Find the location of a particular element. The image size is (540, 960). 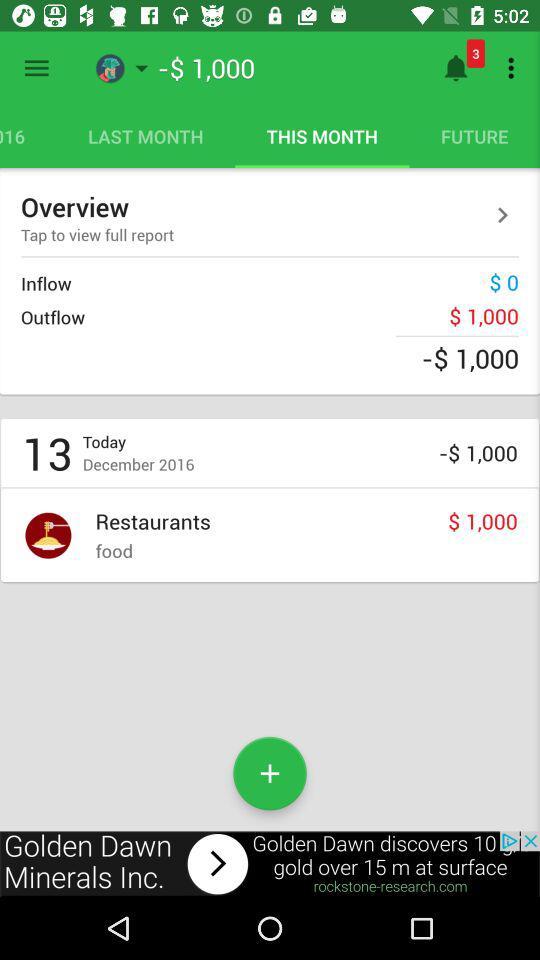

the button right to the menu bar is located at coordinates (141, 68).